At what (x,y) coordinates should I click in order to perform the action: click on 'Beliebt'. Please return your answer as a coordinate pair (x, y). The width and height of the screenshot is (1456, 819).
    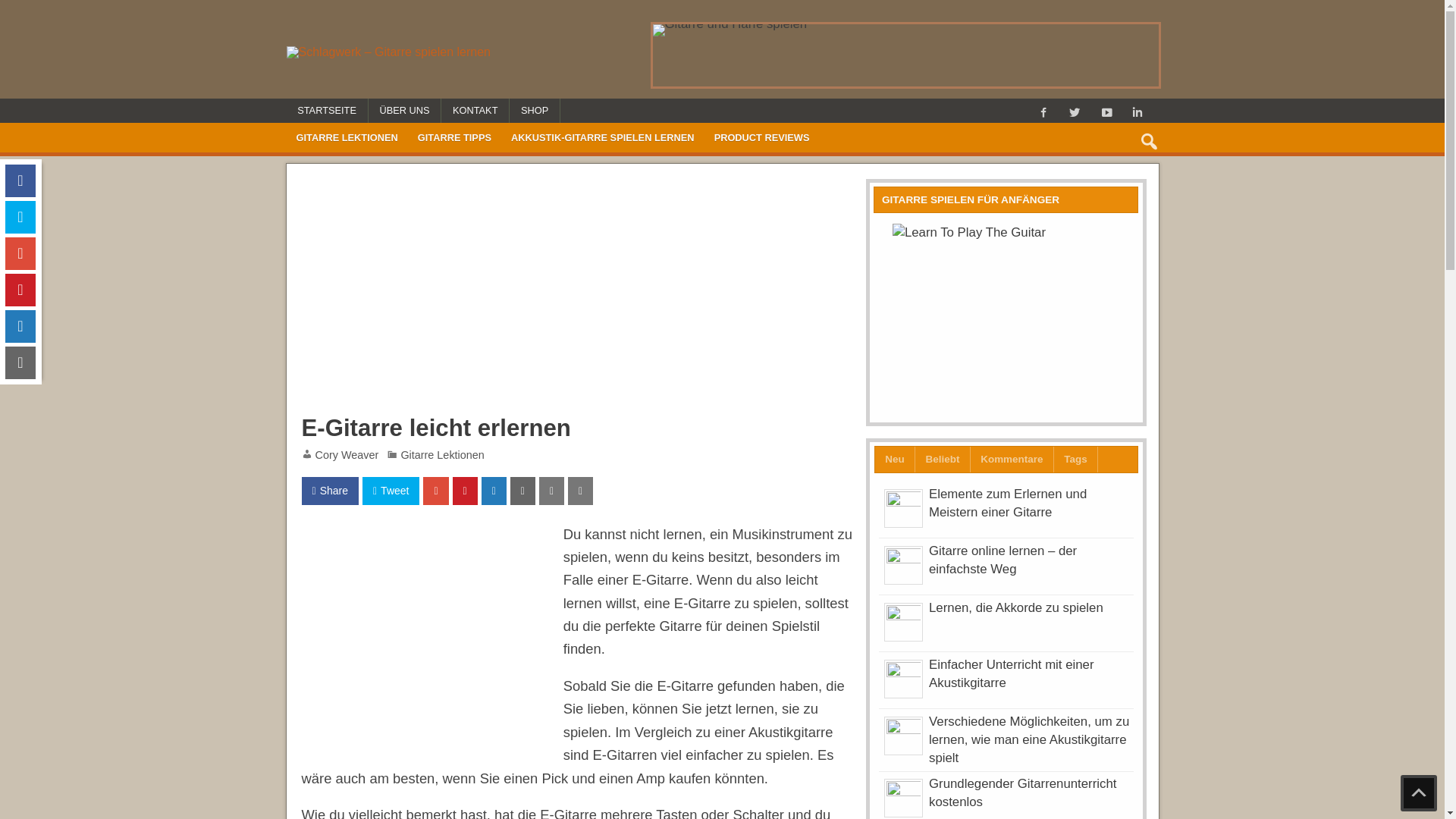
    Looking at the image, I should click on (914, 458).